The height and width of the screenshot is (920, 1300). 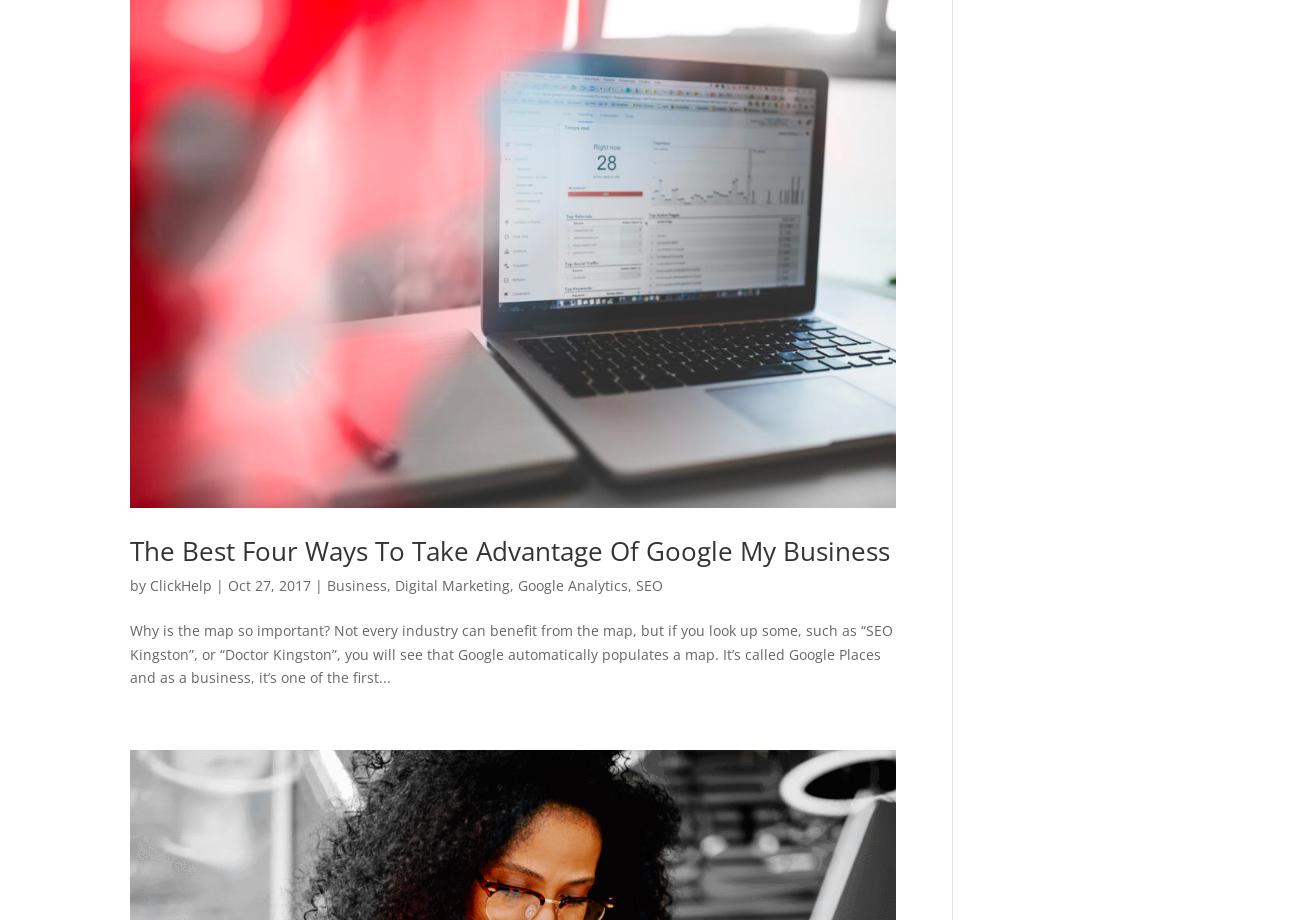 What do you see at coordinates (129, 550) in the screenshot?
I see `'The Best Four Ways To Take Advantage Of Google My Business'` at bounding box center [129, 550].